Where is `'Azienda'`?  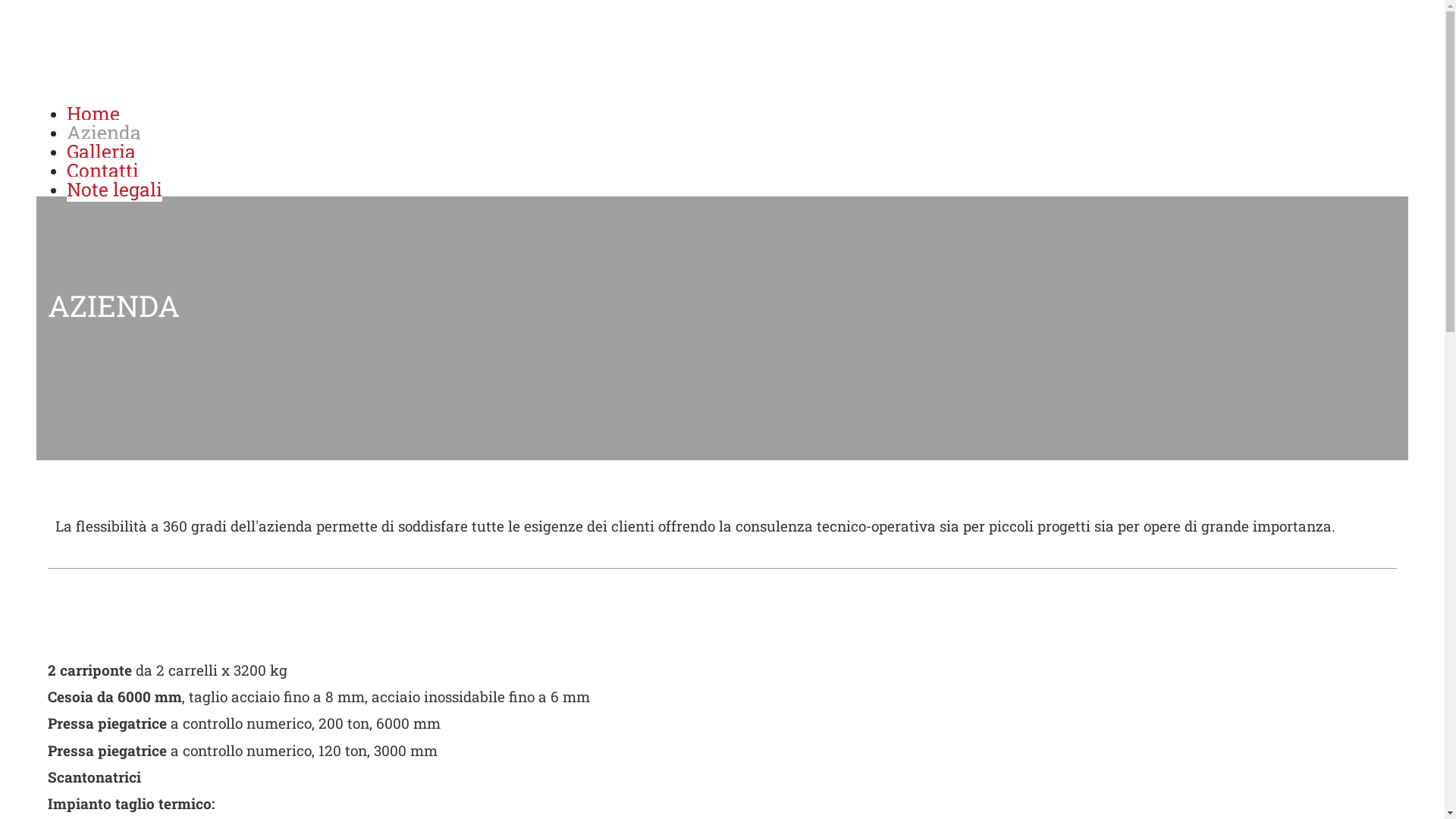
'Azienda' is located at coordinates (103, 131).